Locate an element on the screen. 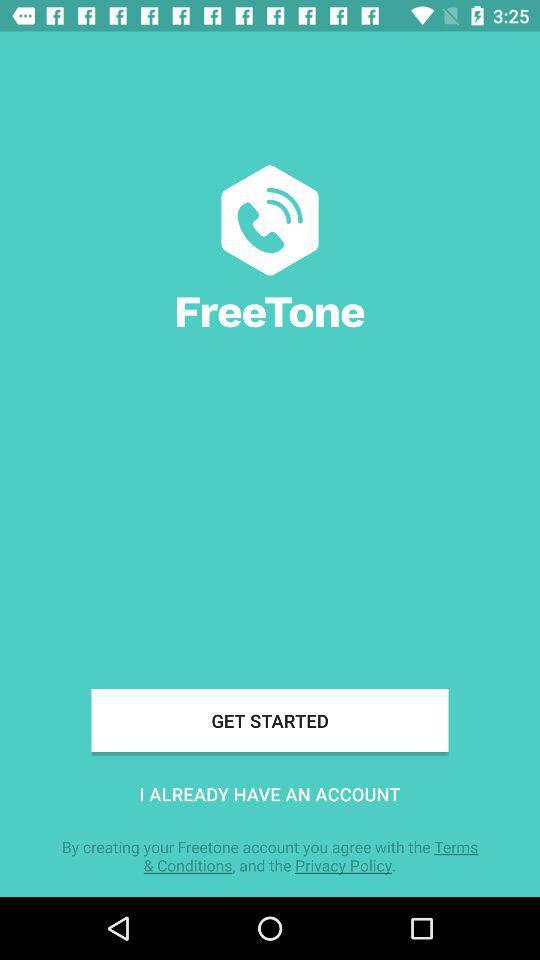 The width and height of the screenshot is (540, 960). the icon above by creating your icon is located at coordinates (270, 794).